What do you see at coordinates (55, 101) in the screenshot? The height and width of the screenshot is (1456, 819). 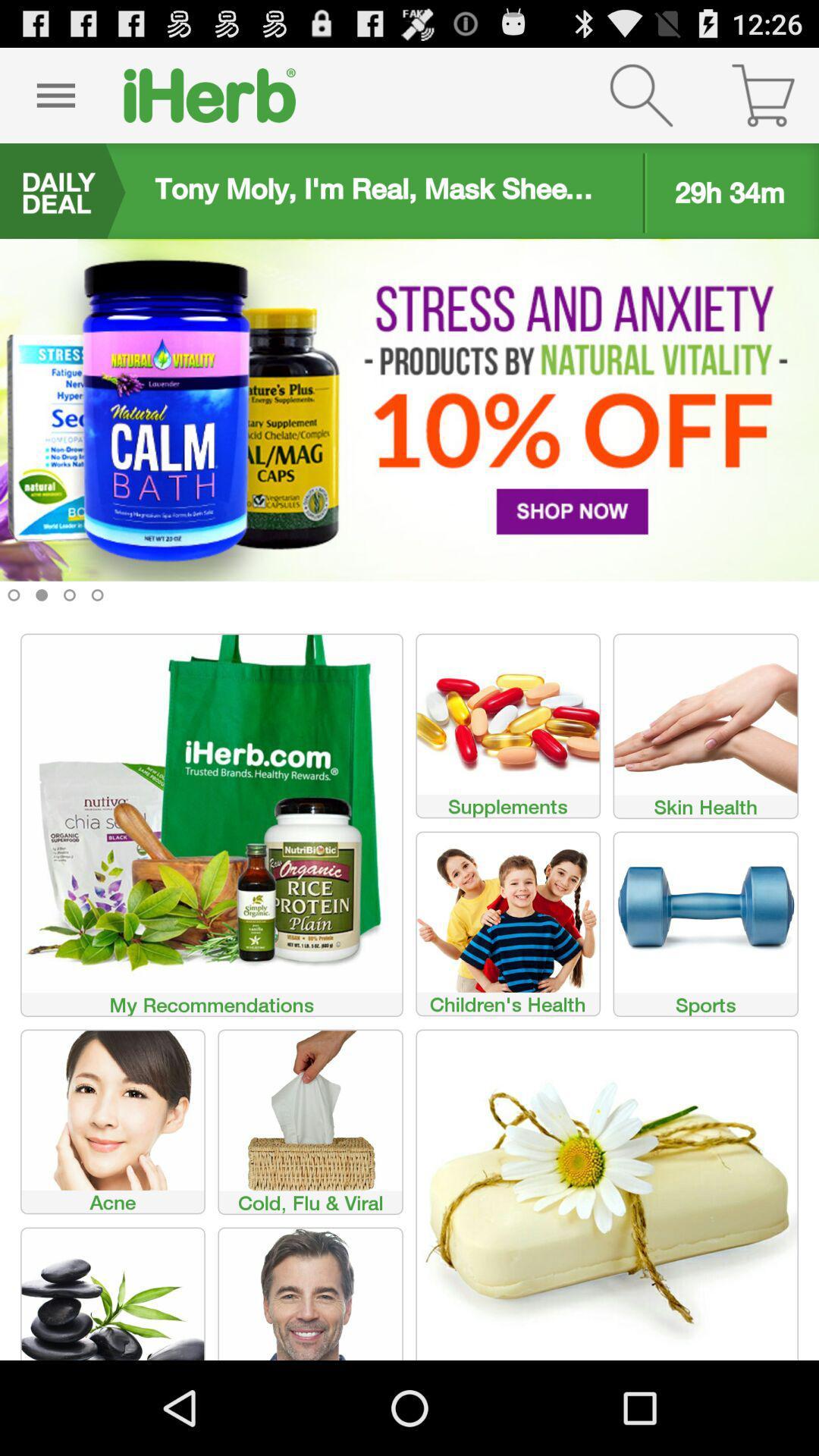 I see `the menu icon` at bounding box center [55, 101].